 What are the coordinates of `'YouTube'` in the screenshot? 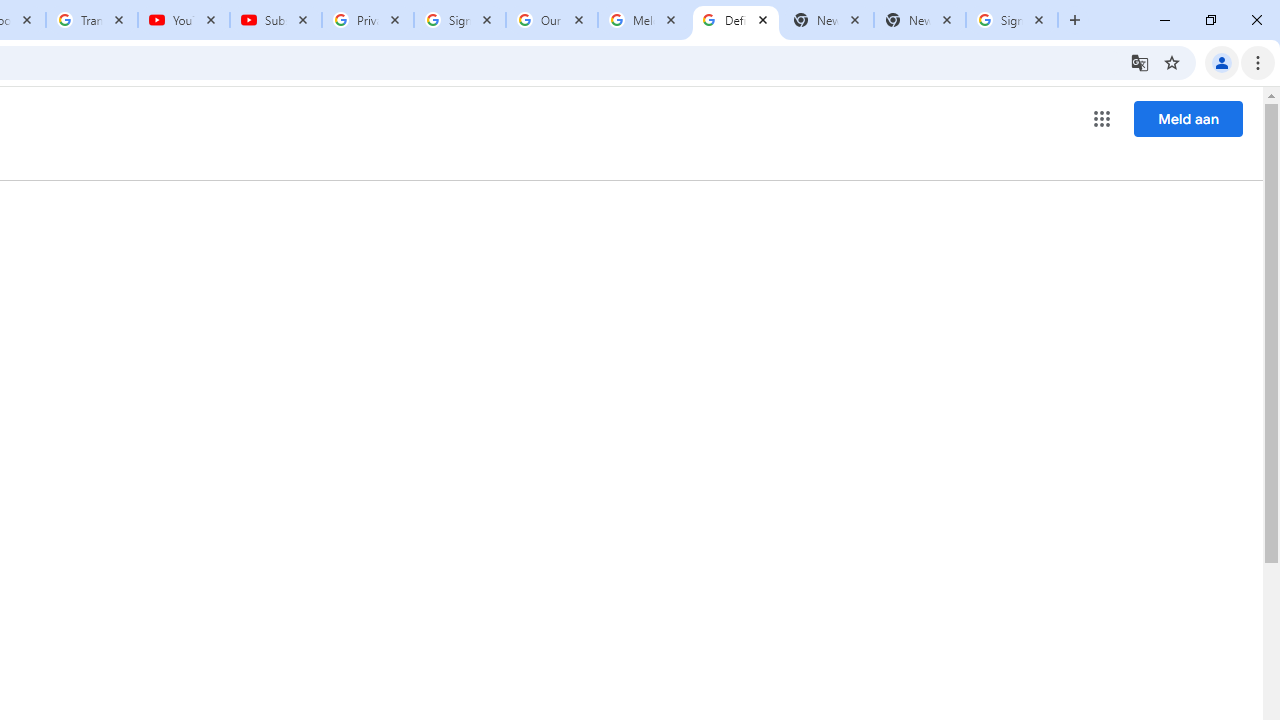 It's located at (184, 20).